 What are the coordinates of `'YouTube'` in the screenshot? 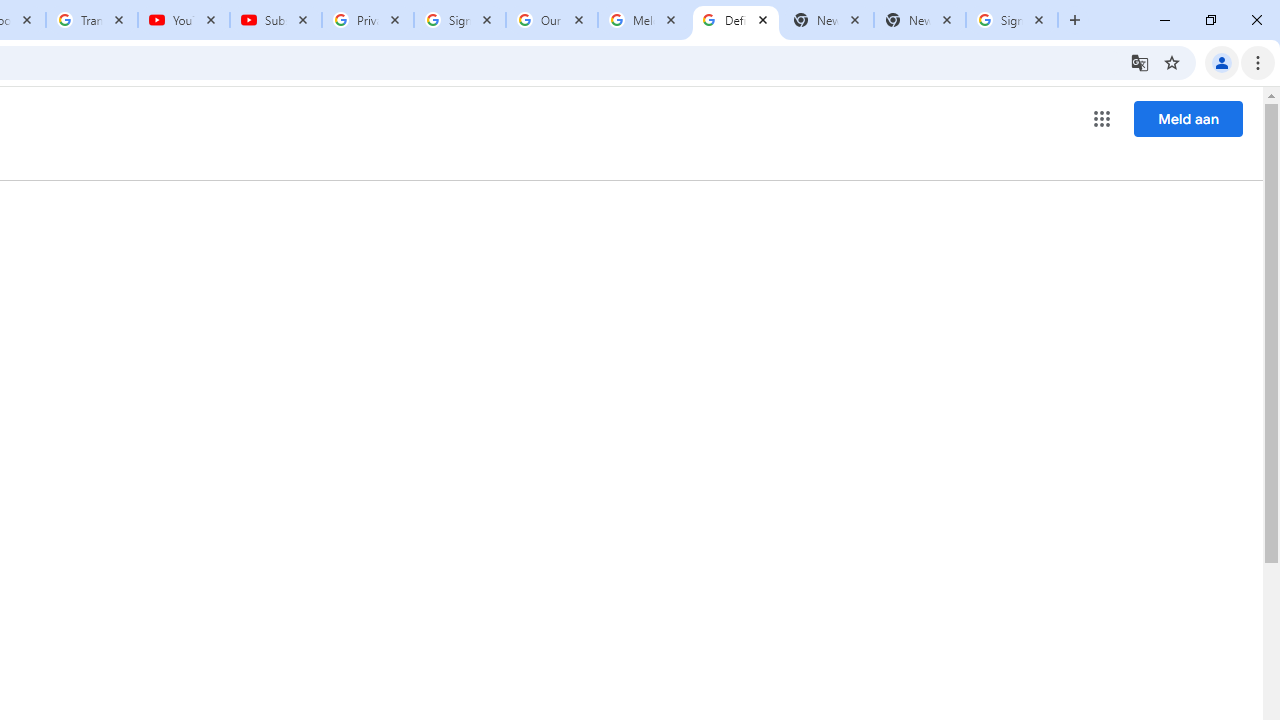 It's located at (184, 20).